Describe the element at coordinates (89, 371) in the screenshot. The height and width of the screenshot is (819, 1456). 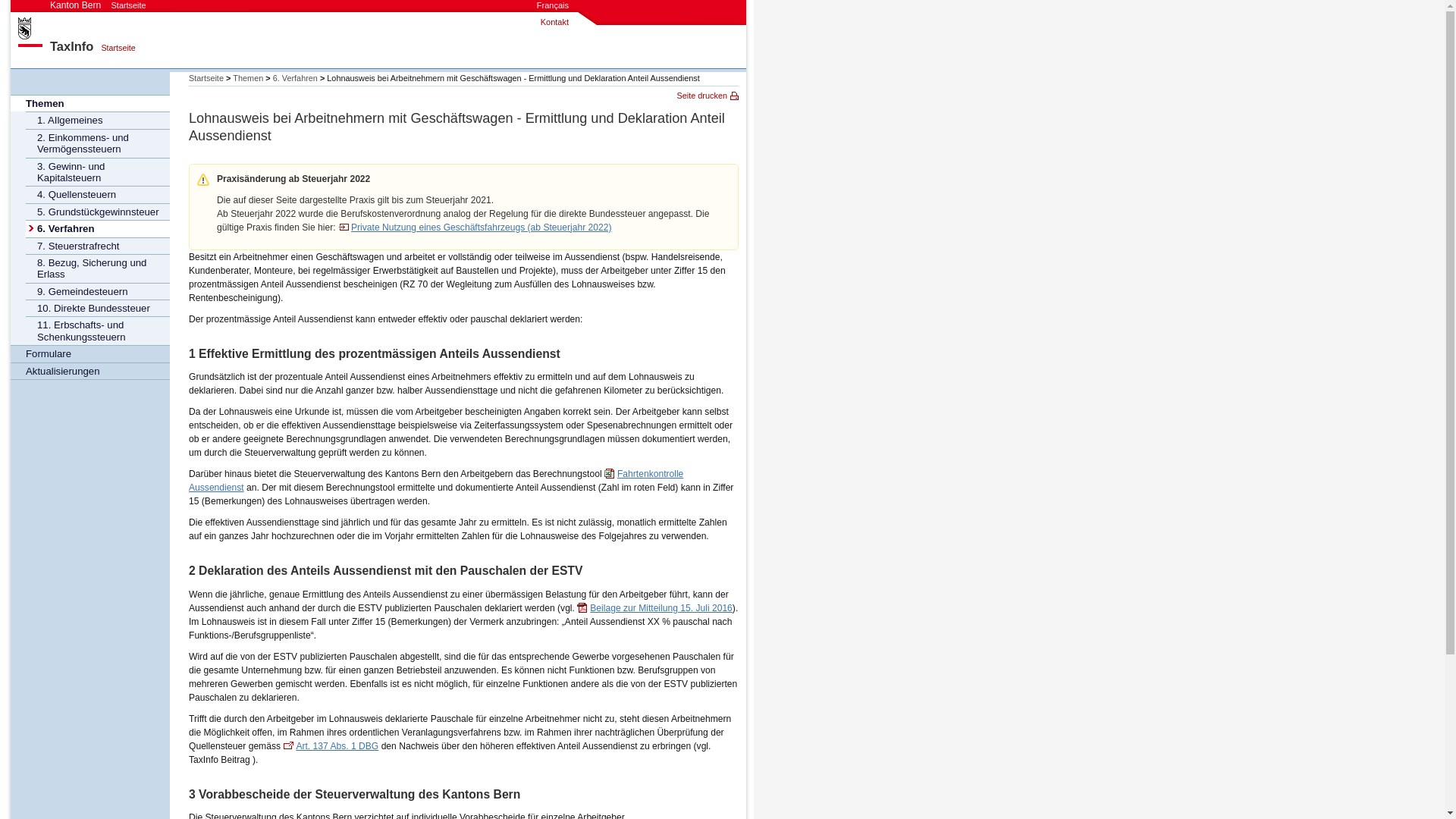
I see `'Aktualisierungen'` at that location.